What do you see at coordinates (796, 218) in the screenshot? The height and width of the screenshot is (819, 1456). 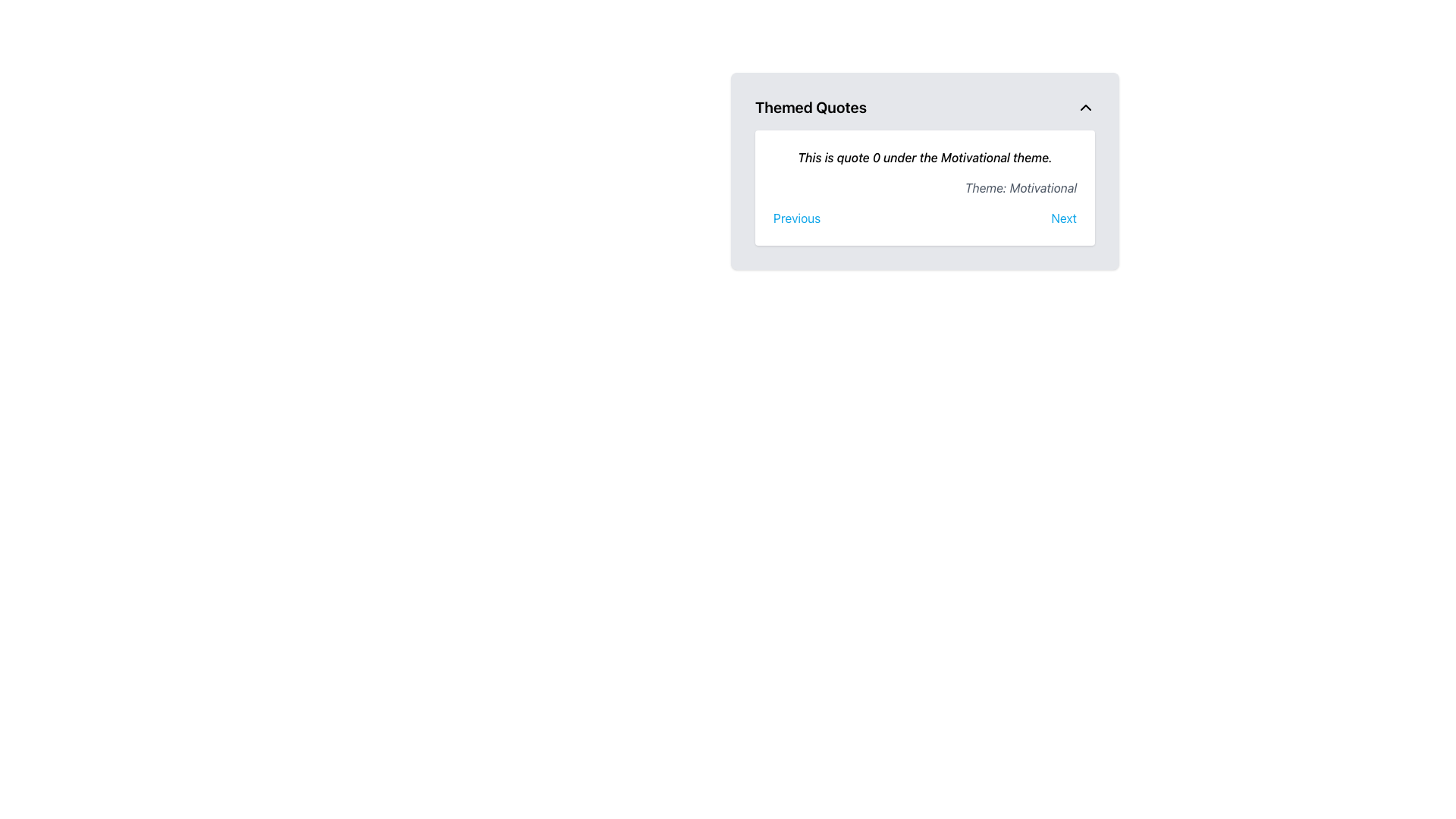 I see `the blue 'Previous' button located at the bottom left of the main content box` at bounding box center [796, 218].